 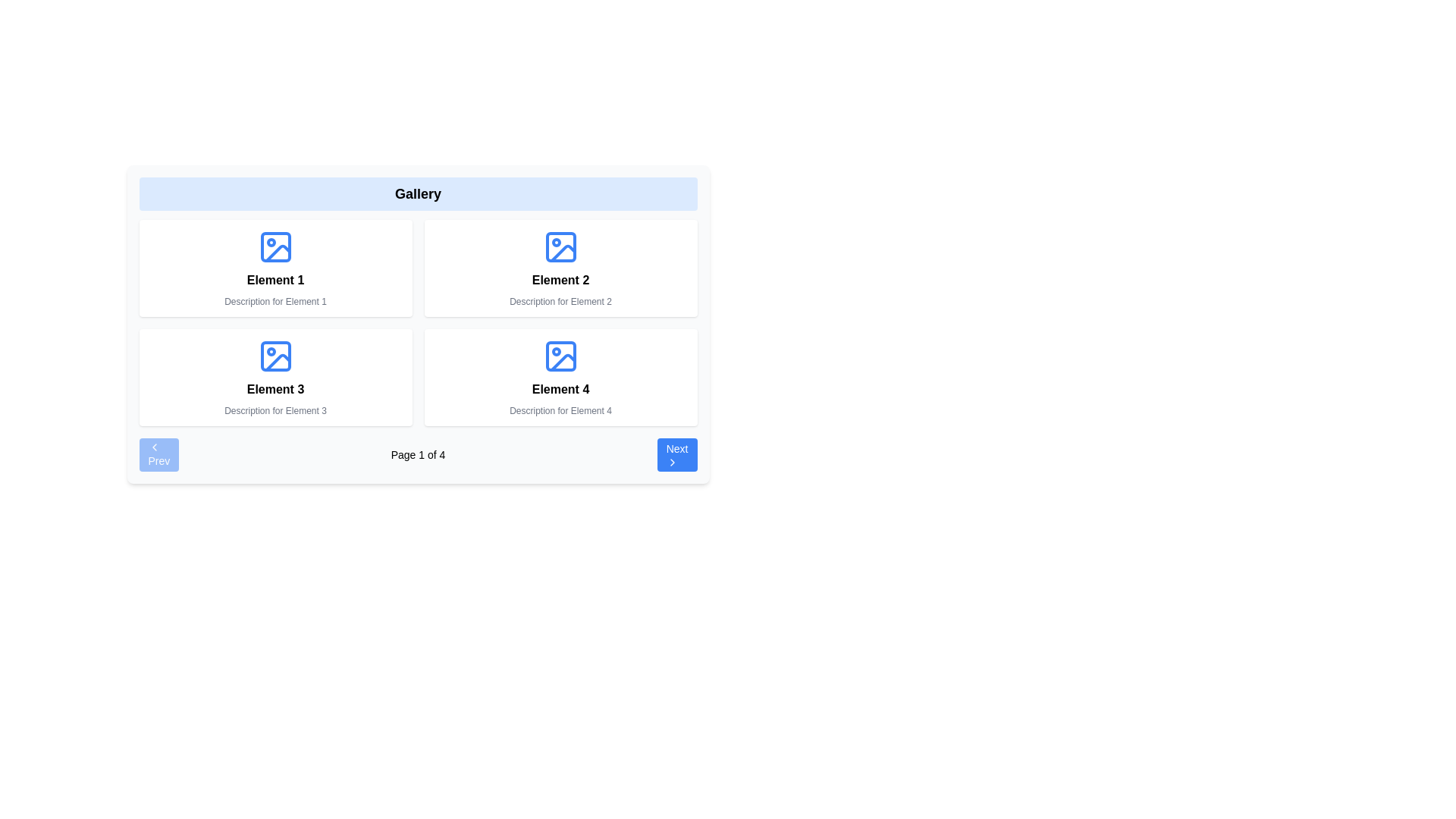 I want to click on the button located at the bottom-right corner of the interface within the navigation bar, which is the rightmost control next to 'Page 1 of 4', so click(x=676, y=454).